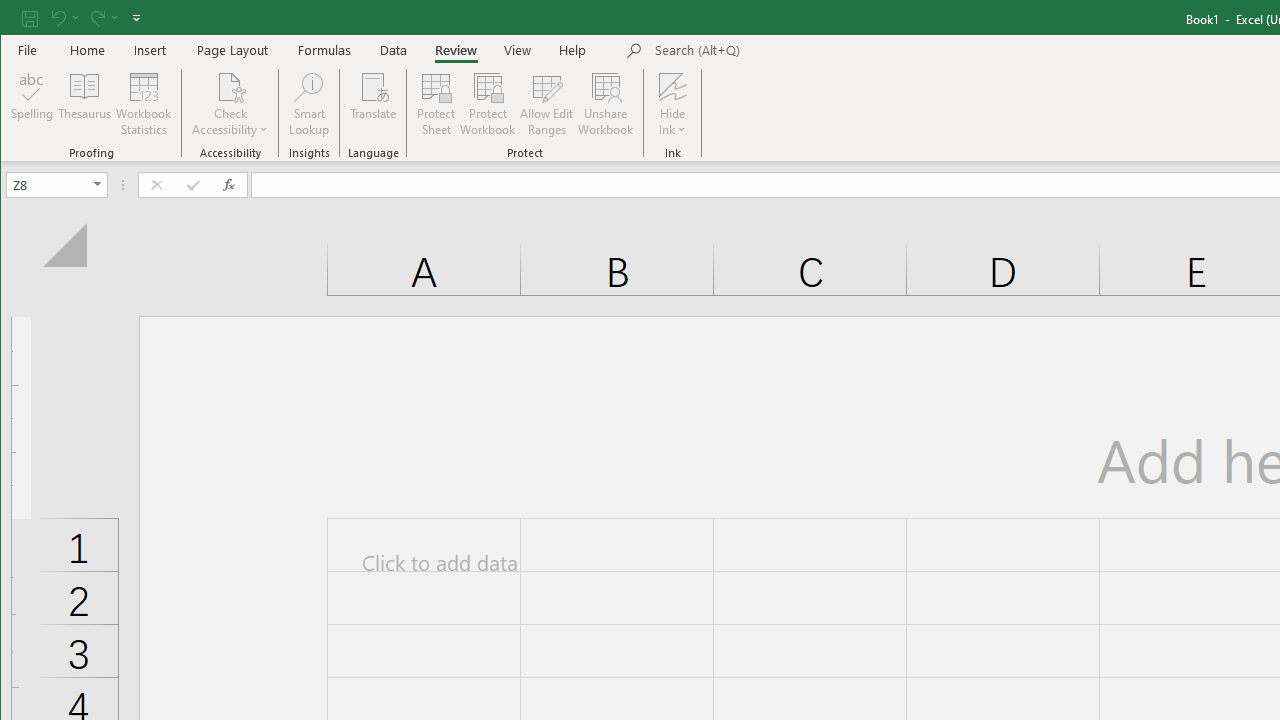  I want to click on 'Data', so click(394, 49).